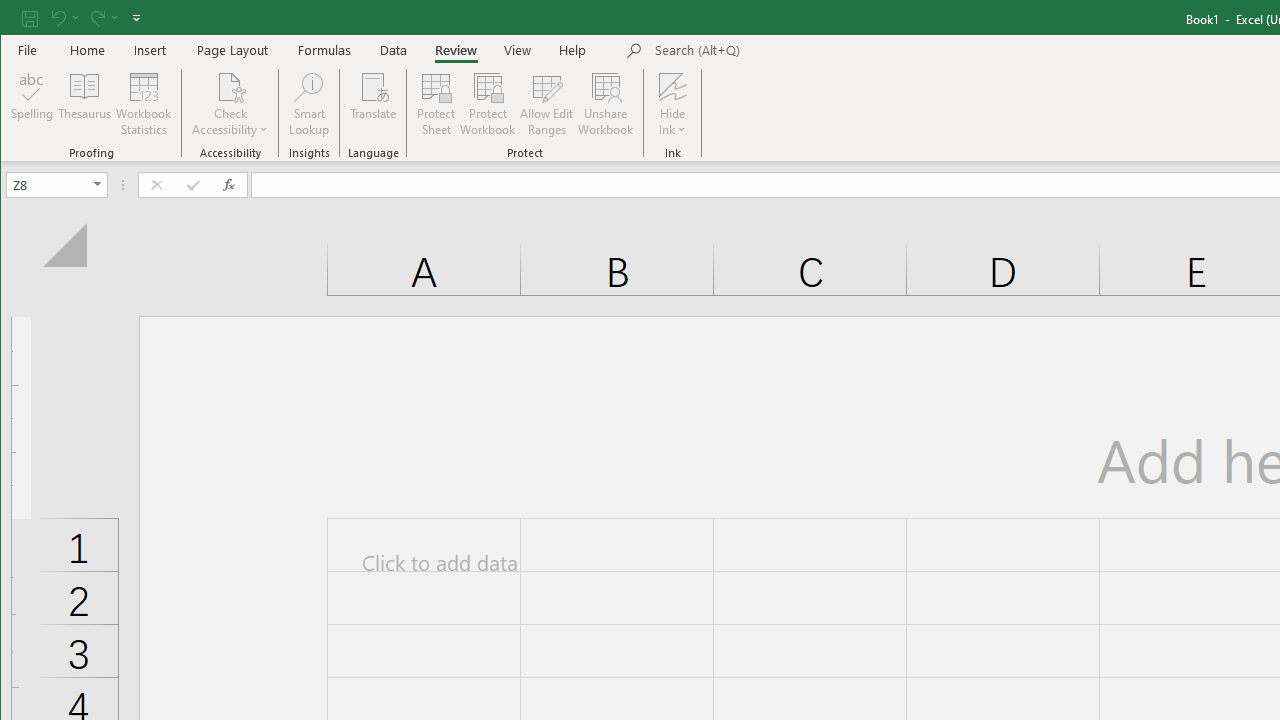  I want to click on 'Data', so click(394, 49).